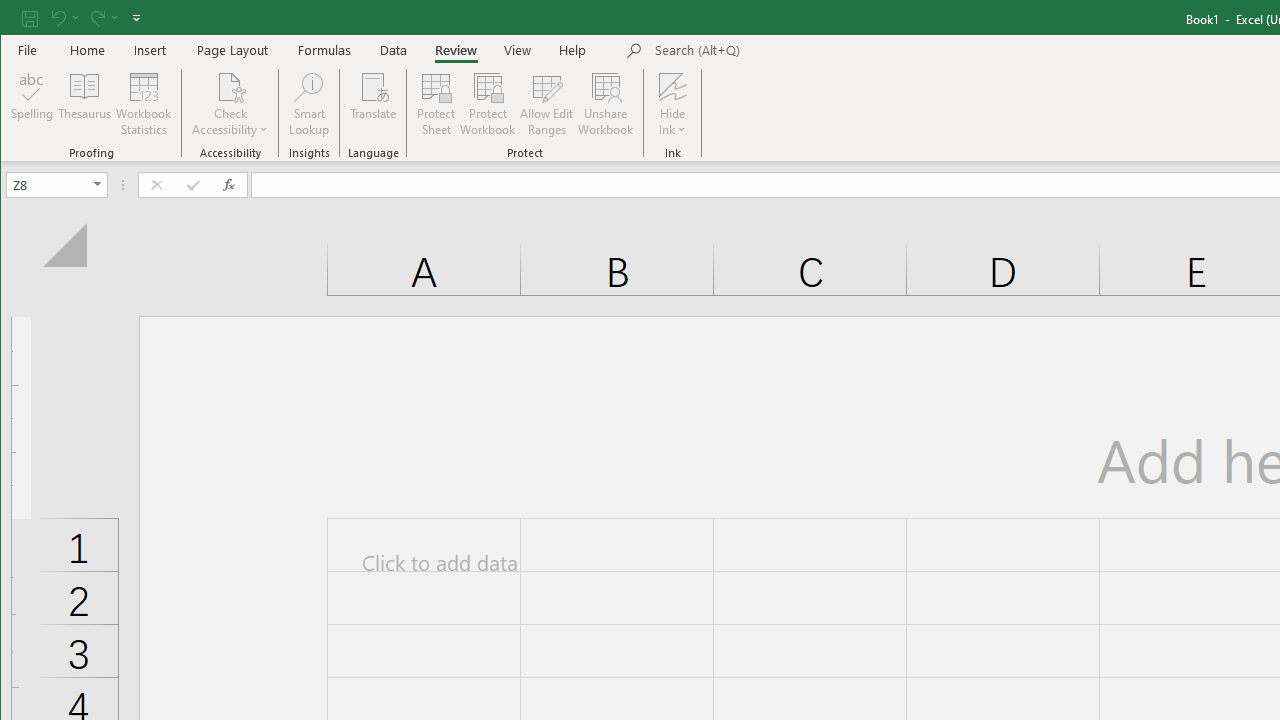  I want to click on 'Data', so click(394, 49).